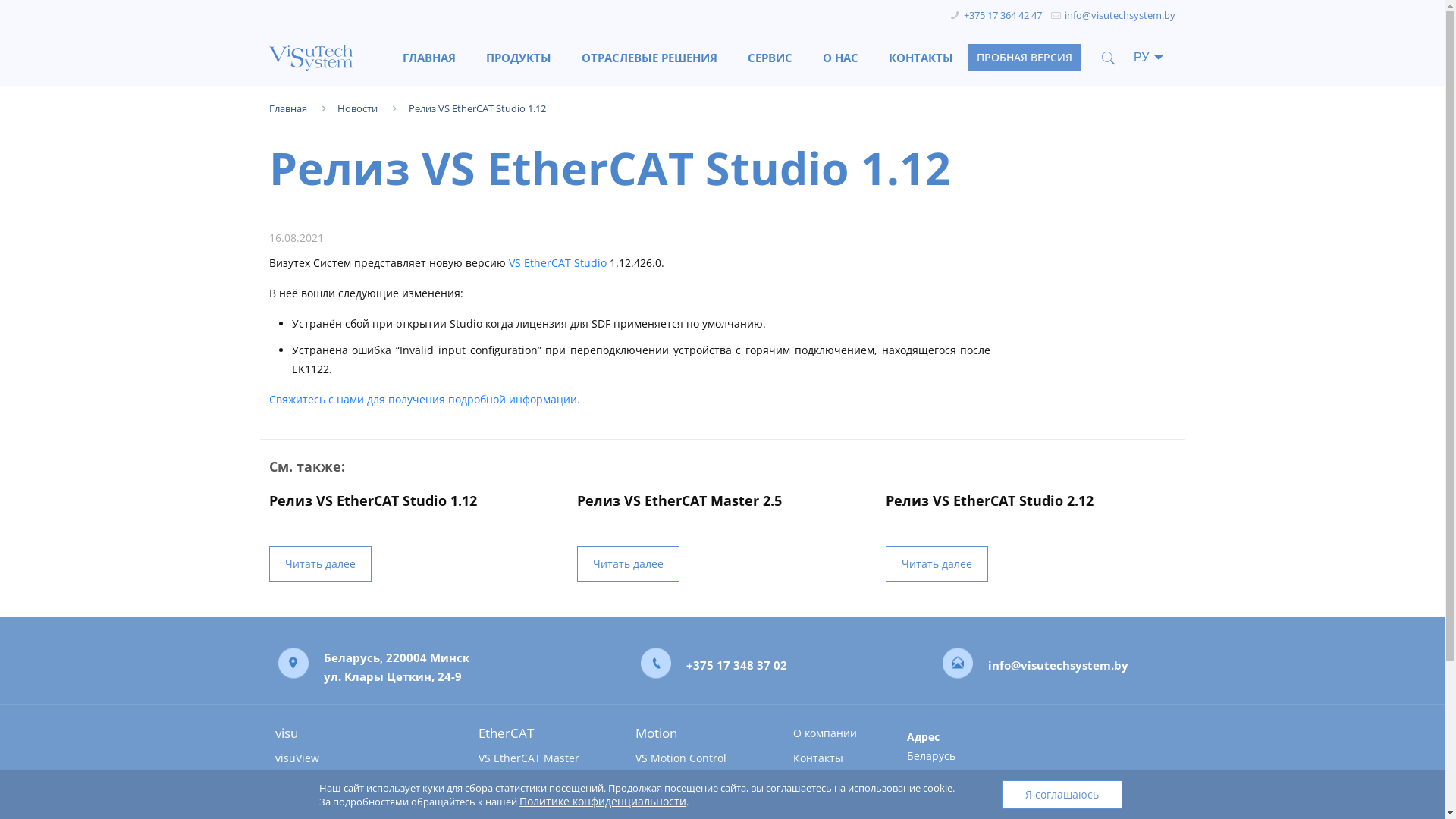 The image size is (1456, 819). I want to click on 'info@visutechsystem.by', so click(1120, 14).